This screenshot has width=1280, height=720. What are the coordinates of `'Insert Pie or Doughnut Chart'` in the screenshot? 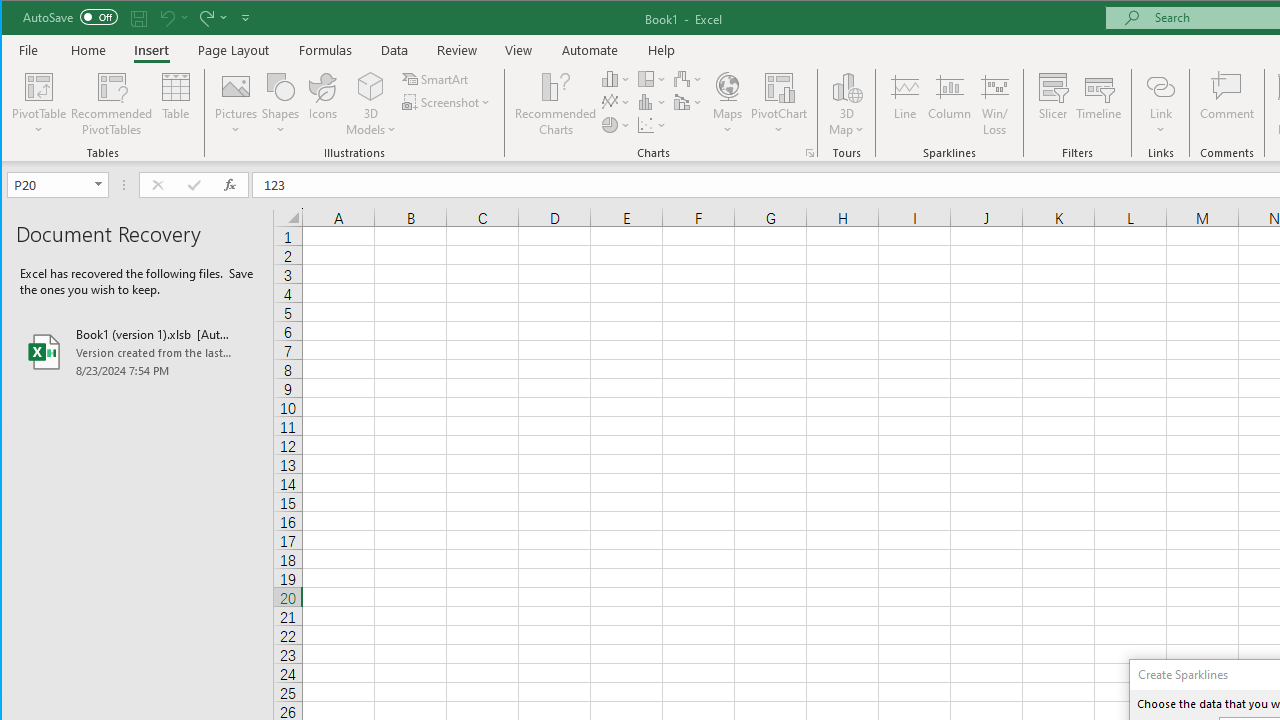 It's located at (615, 125).